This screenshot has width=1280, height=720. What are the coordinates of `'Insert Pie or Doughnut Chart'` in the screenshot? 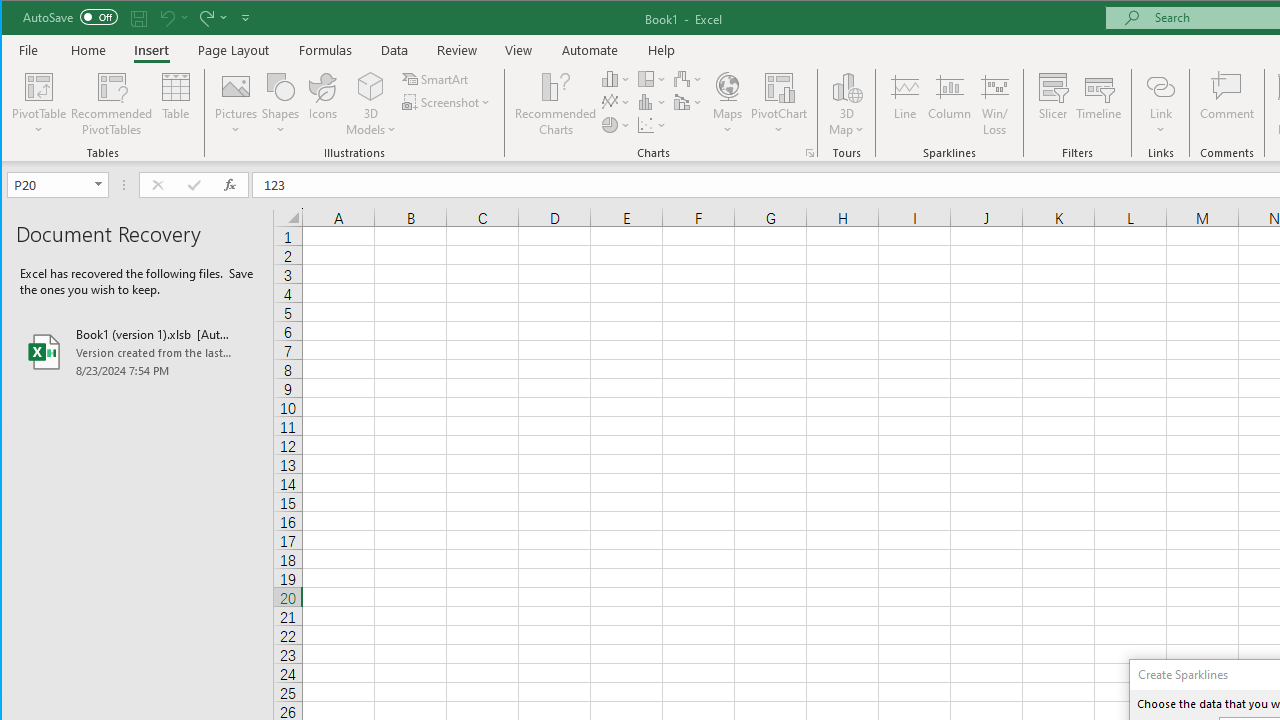 It's located at (615, 125).